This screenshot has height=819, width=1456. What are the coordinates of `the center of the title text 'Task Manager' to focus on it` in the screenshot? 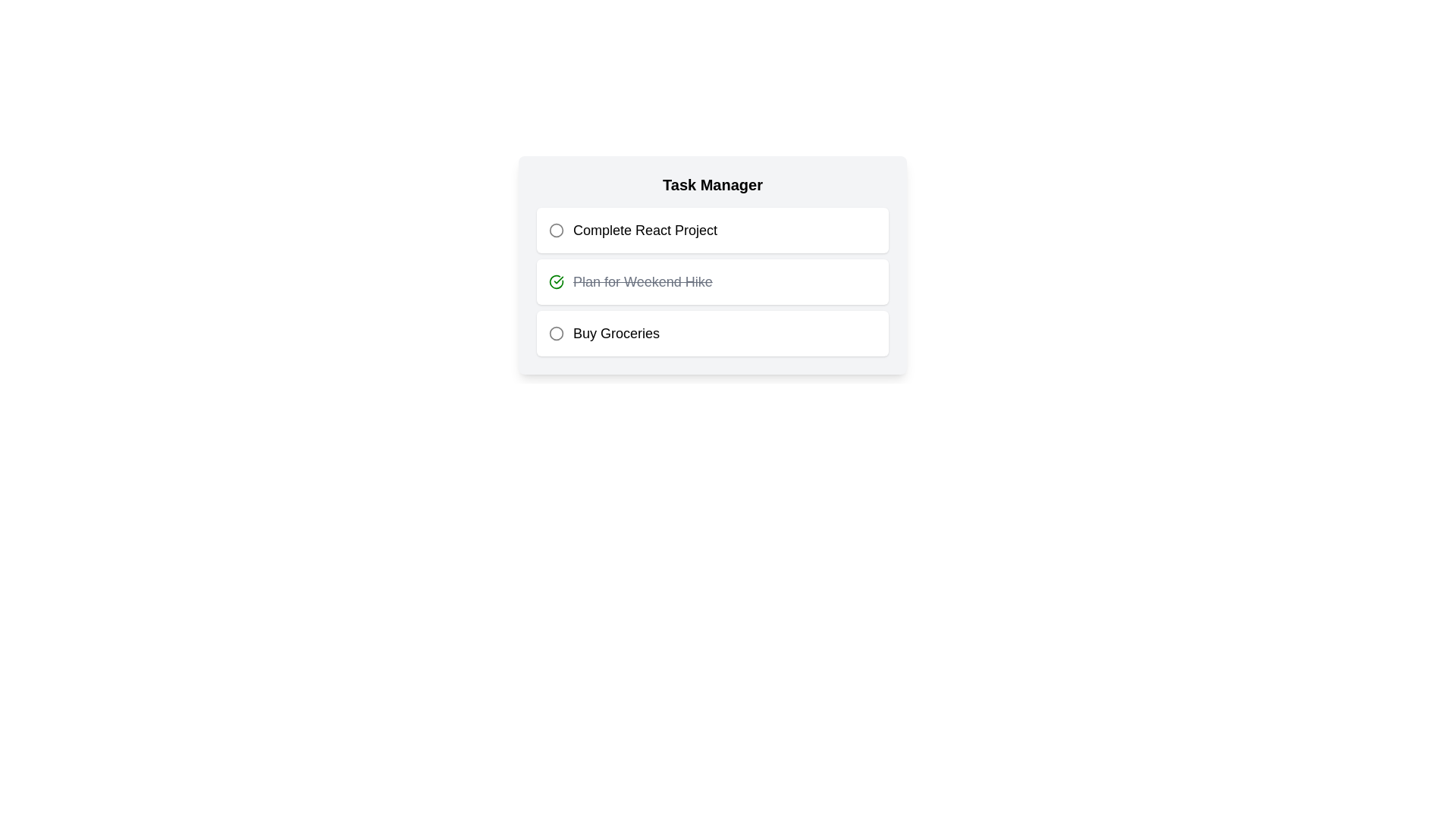 It's located at (712, 184).